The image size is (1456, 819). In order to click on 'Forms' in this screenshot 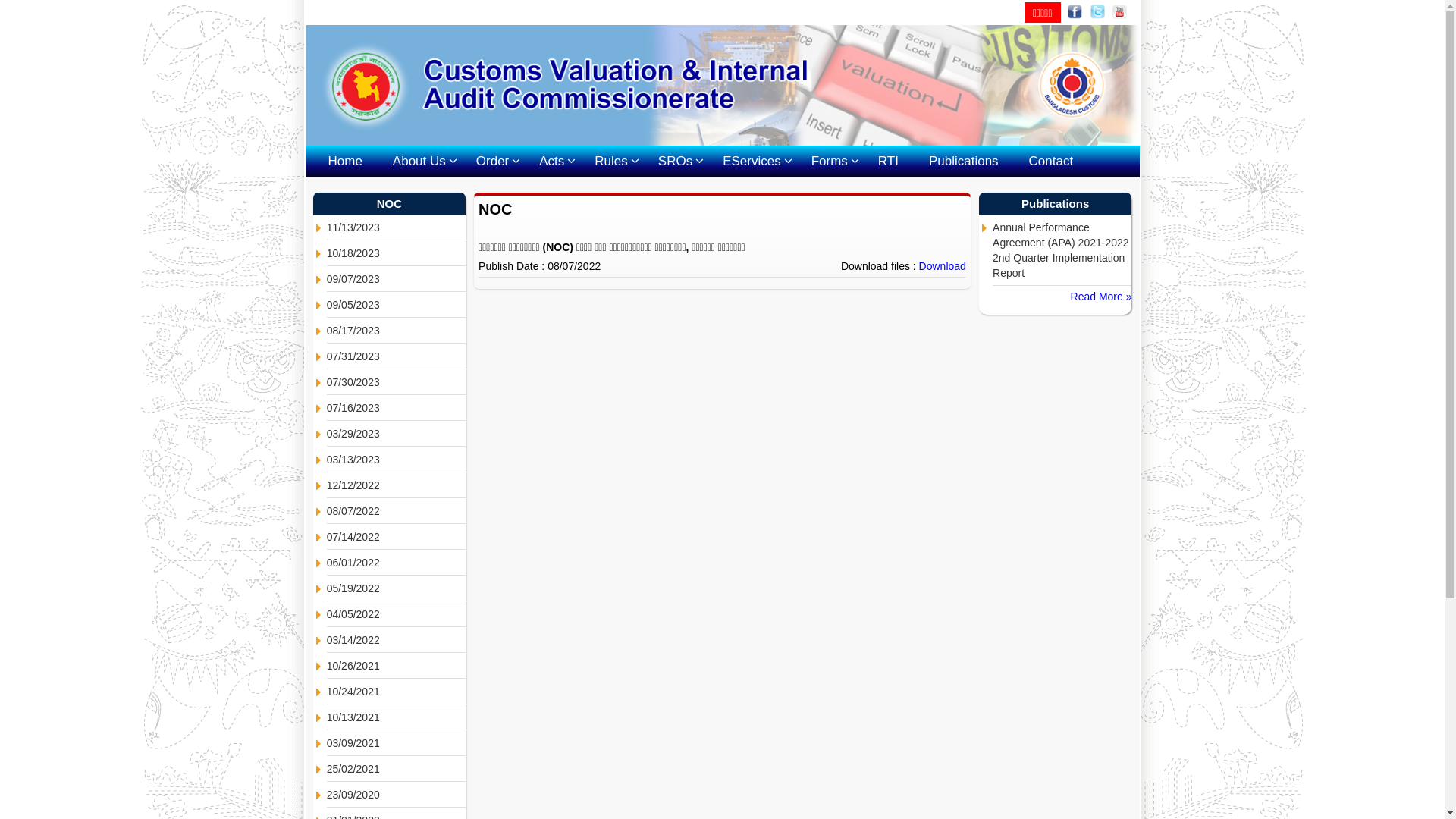, I will do `click(829, 161)`.